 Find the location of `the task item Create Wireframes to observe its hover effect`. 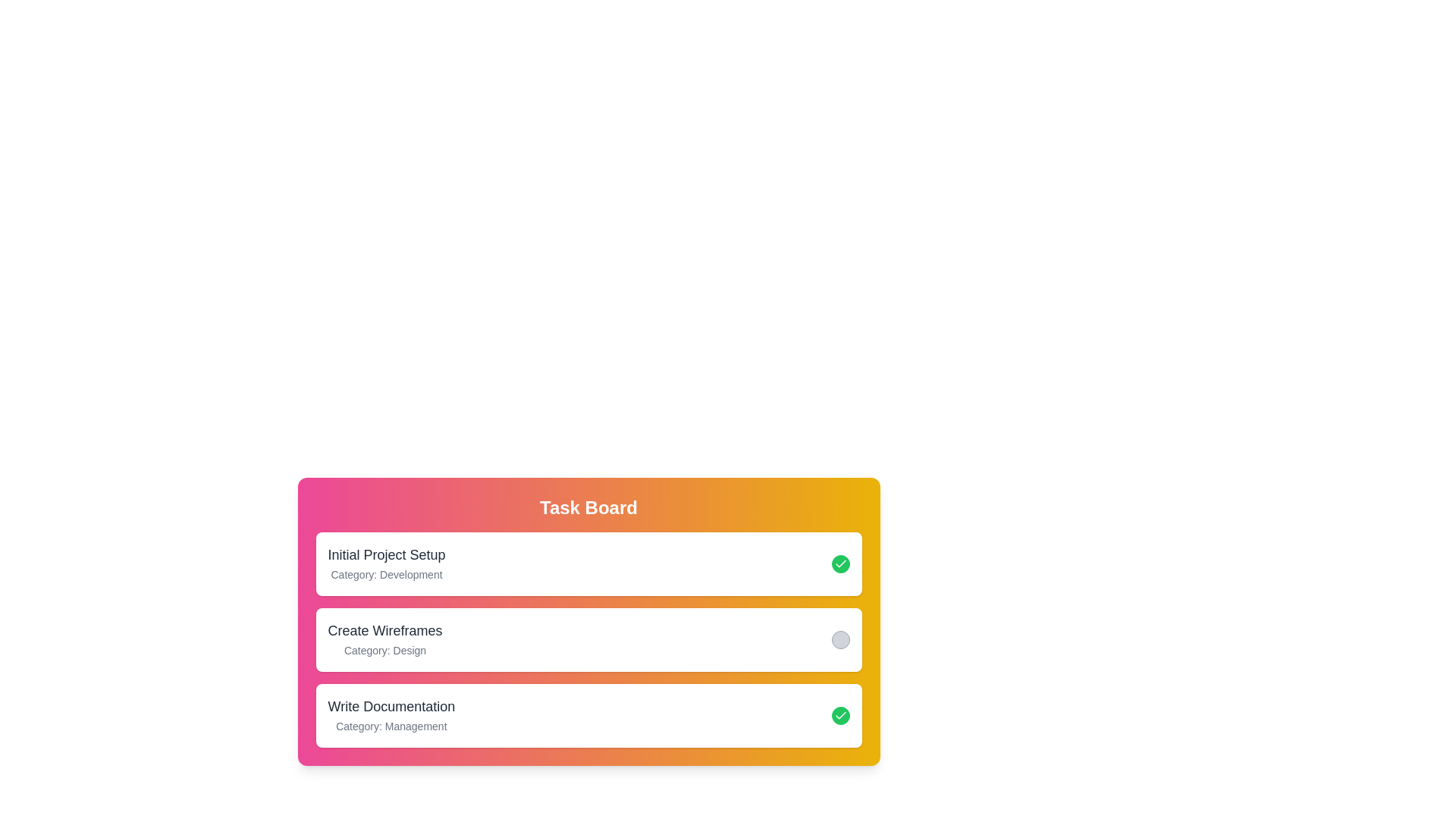

the task item Create Wireframes to observe its hover effect is located at coordinates (588, 640).